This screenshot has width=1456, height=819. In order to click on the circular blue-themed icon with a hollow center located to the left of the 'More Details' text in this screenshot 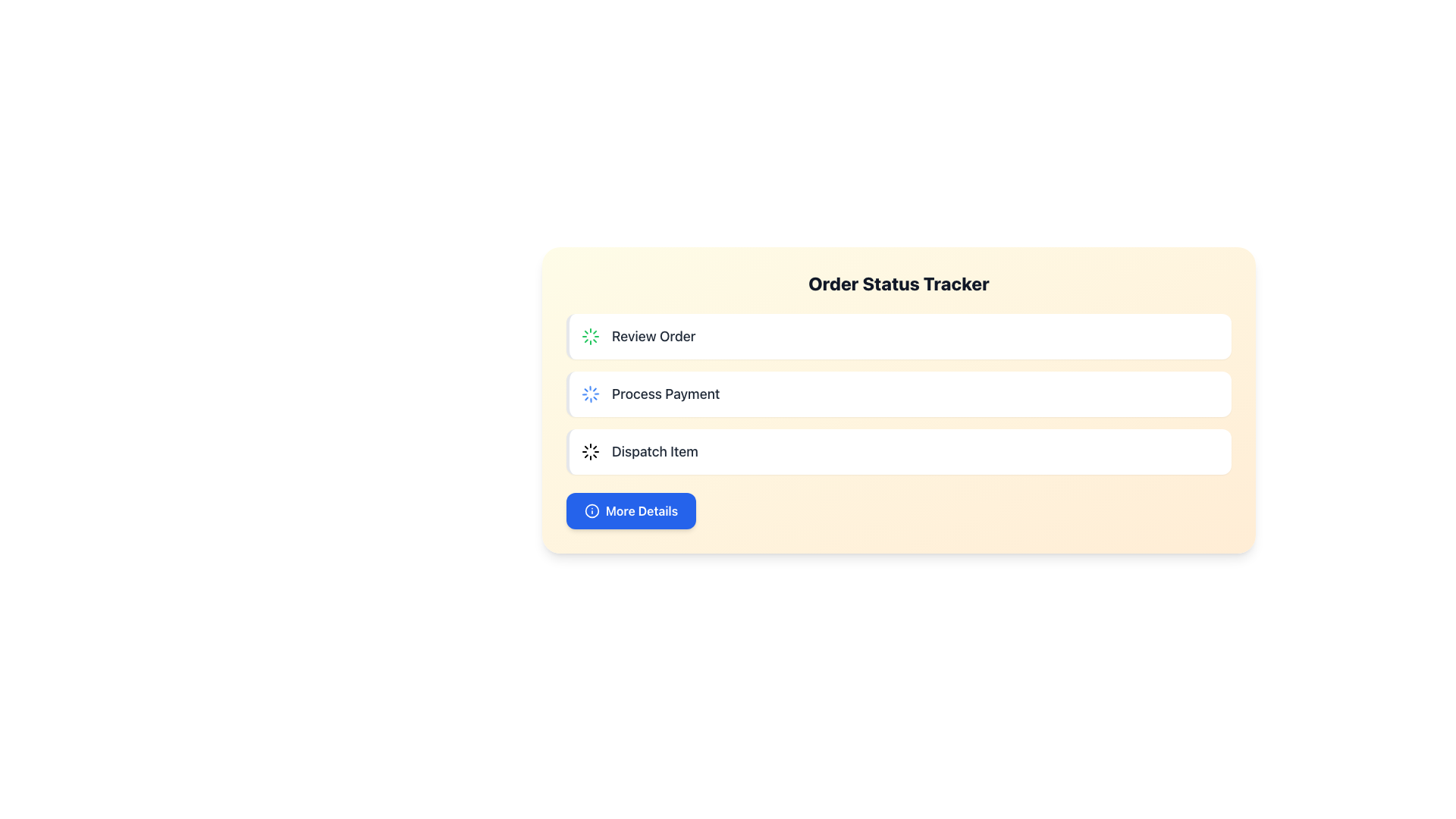, I will do `click(591, 511)`.